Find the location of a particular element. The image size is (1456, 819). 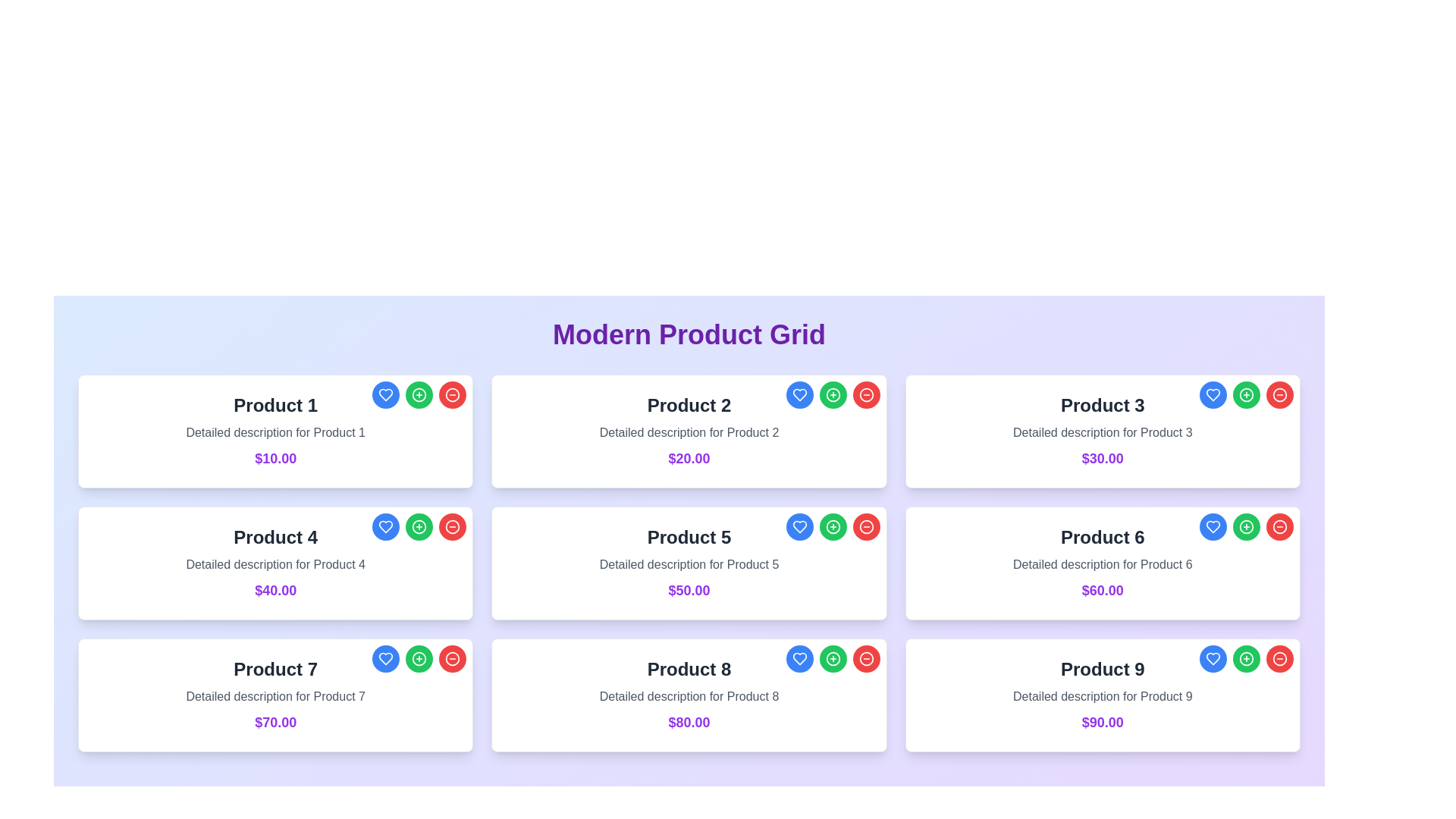

the circular blue button with a white heart icon, located at the top-right corner of the 'Product 2' card, to like or favorite the item is located at coordinates (799, 394).